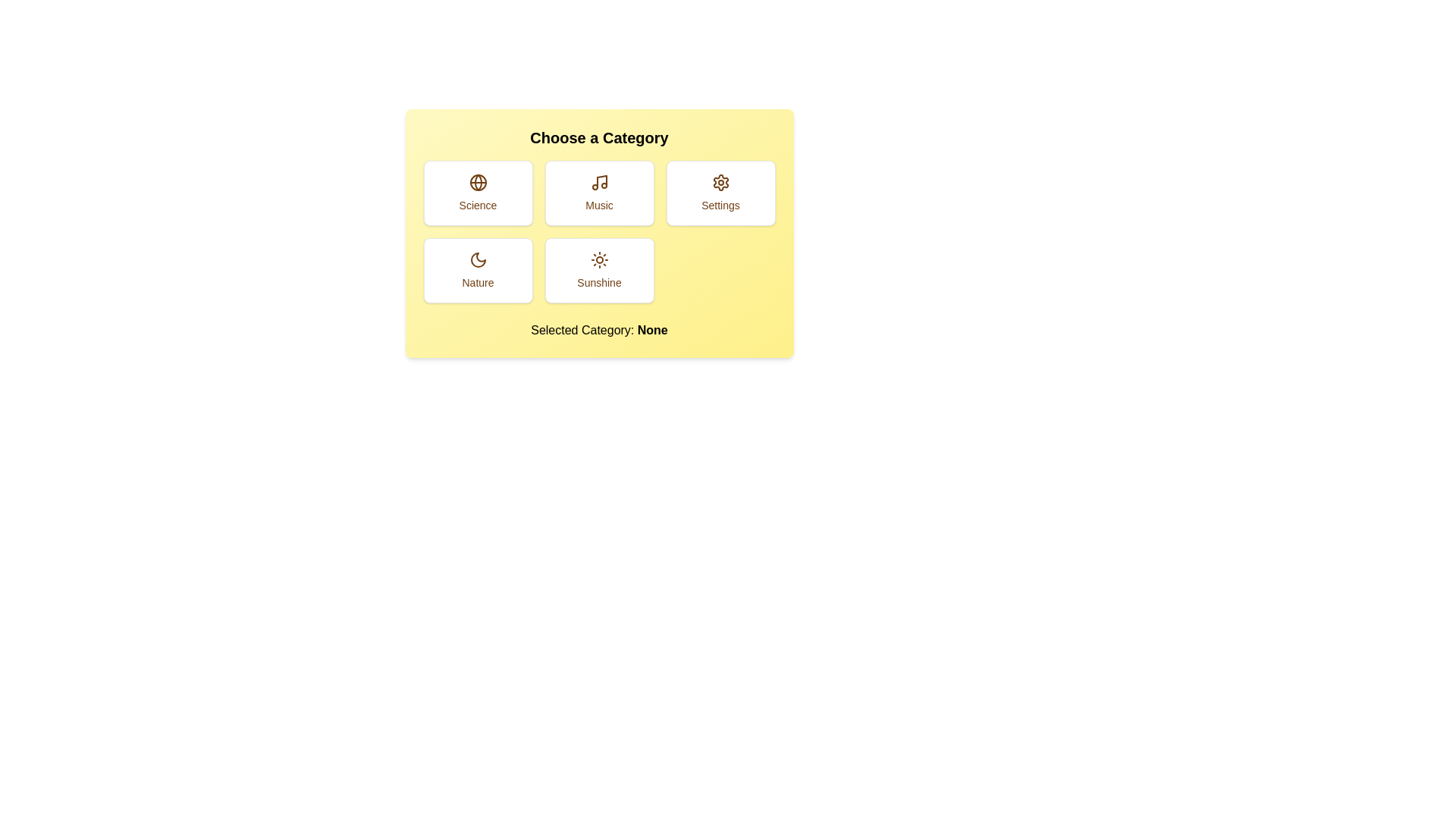  What do you see at coordinates (477, 205) in the screenshot?
I see `the Static Label that describes the category 'Science' located below the globe icon in the top-left card of the 2x3 grid layout` at bounding box center [477, 205].